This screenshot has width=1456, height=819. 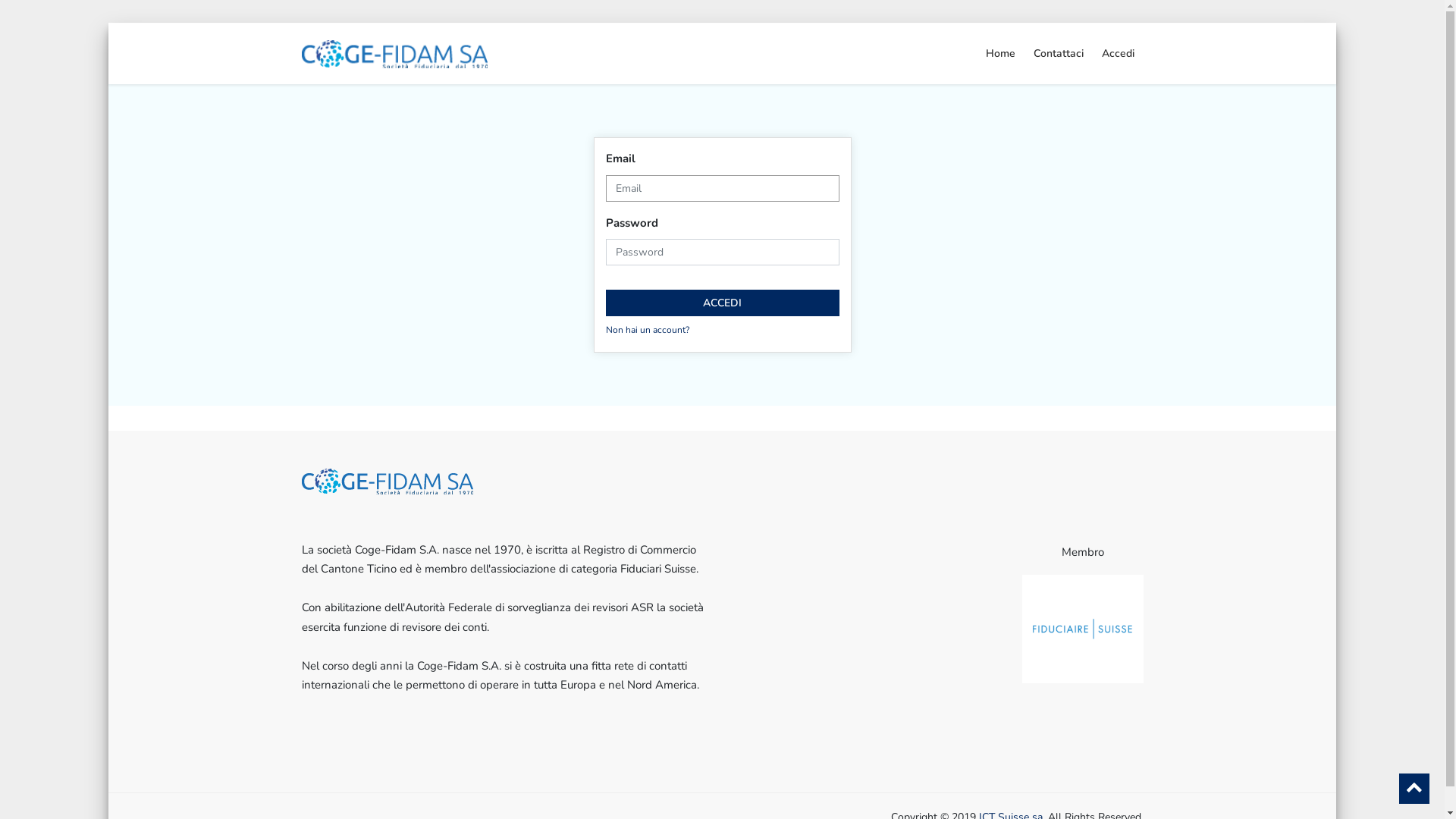 I want to click on 'Home', so click(x=1000, y=52).